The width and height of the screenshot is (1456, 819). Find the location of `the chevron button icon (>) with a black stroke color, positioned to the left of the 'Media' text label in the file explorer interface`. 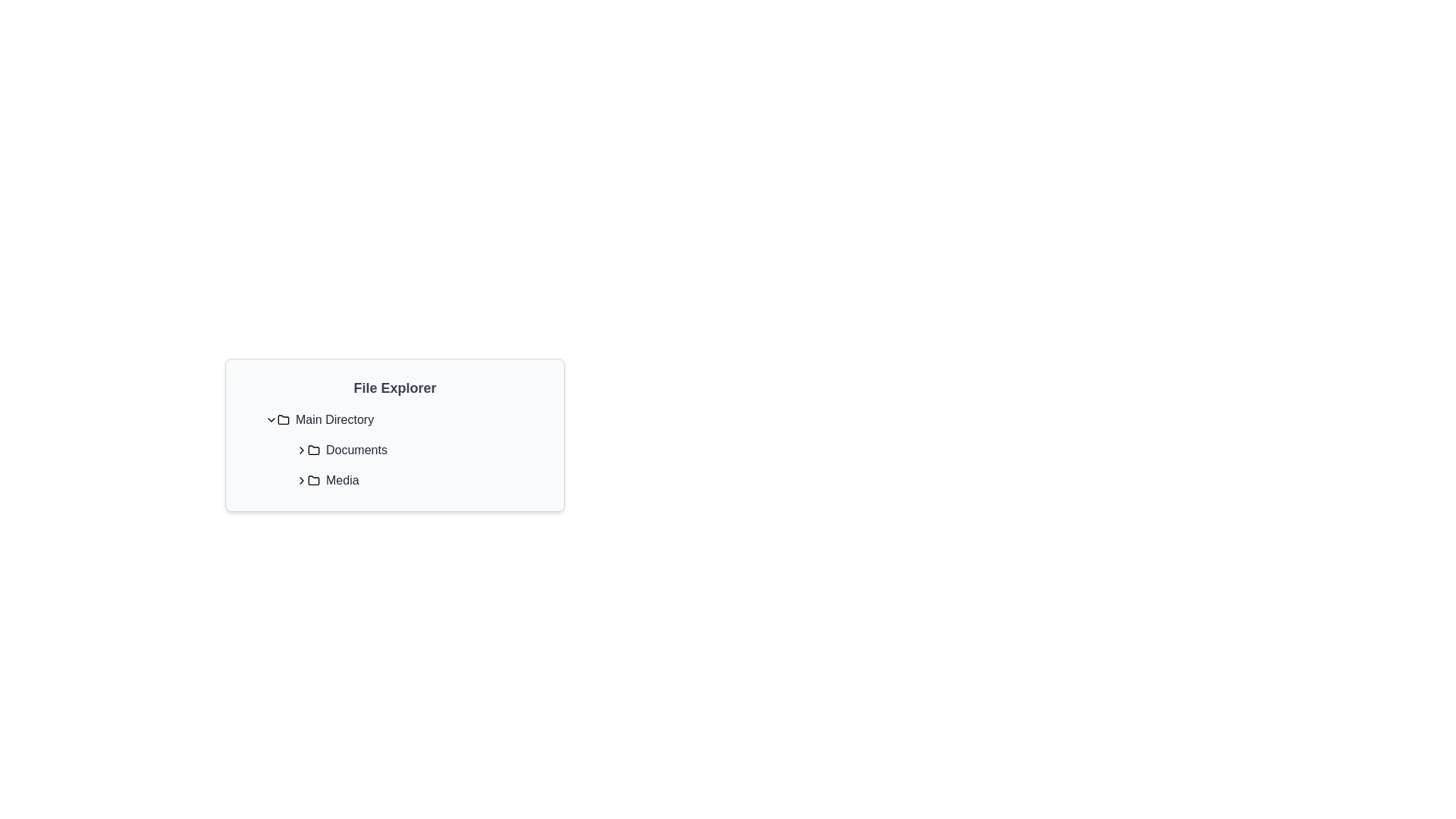

the chevron button icon (>) with a black stroke color, positioned to the left of the 'Media' text label in the file explorer interface is located at coordinates (302, 480).